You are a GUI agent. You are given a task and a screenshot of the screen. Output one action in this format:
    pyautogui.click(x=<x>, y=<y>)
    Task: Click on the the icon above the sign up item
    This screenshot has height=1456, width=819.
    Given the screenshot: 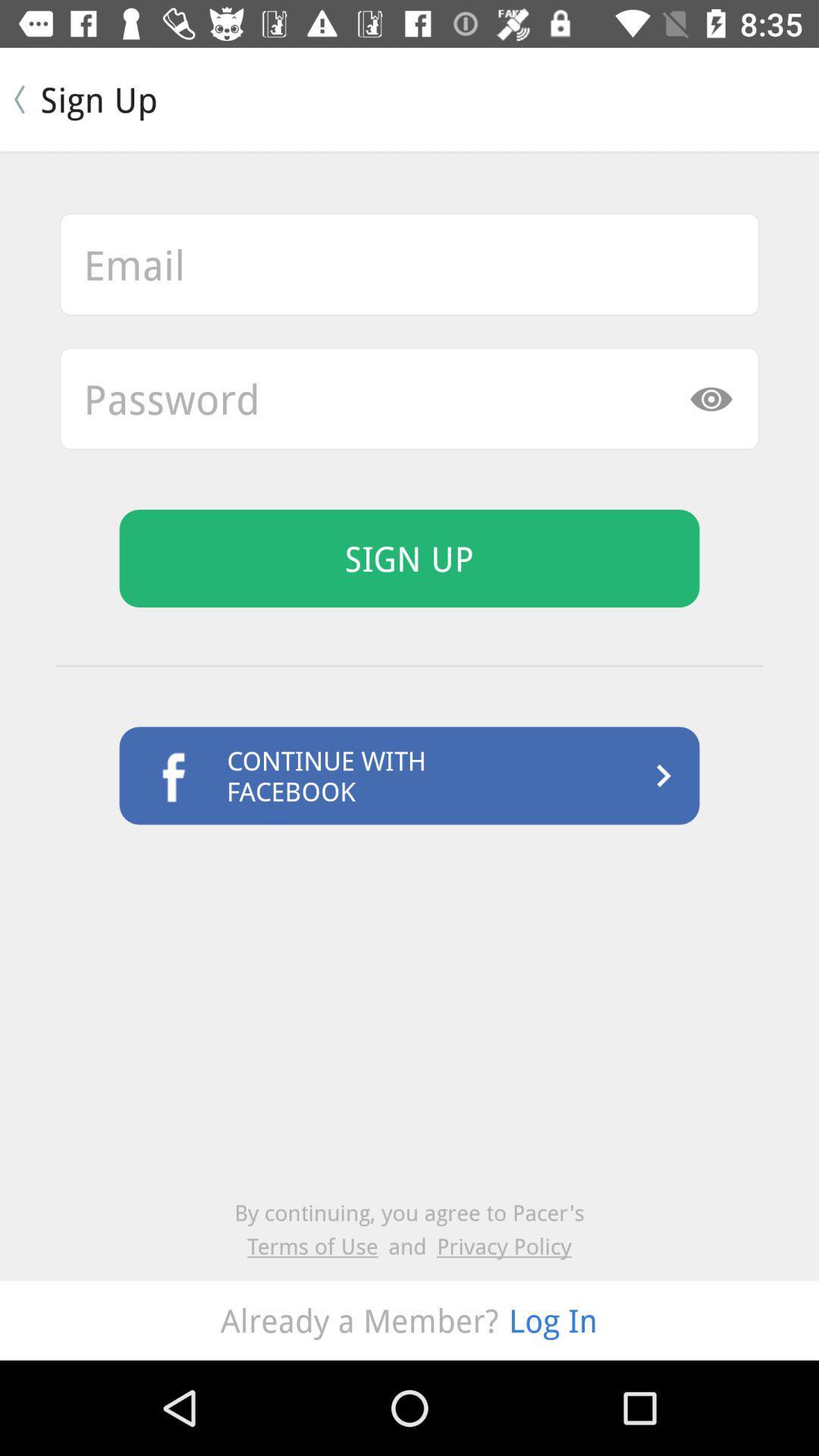 What is the action you would take?
    pyautogui.click(x=409, y=398)
    